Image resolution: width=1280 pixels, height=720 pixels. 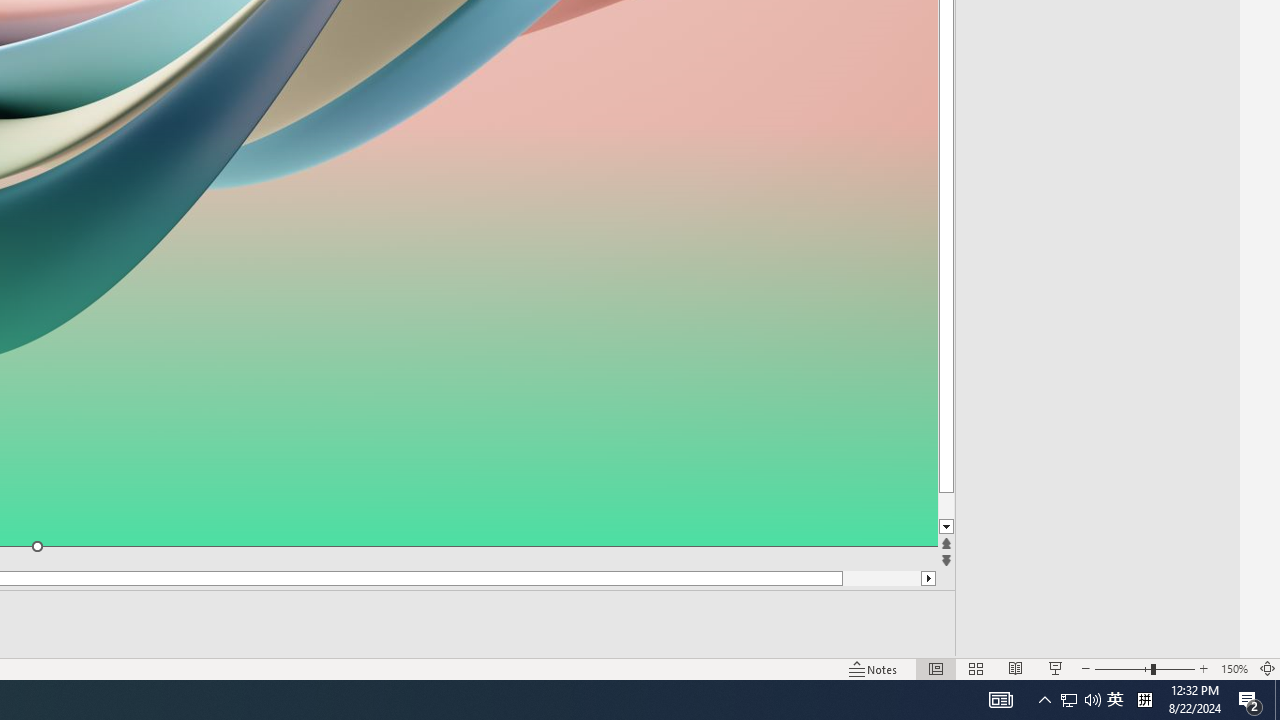 What do you see at coordinates (1122, 669) in the screenshot?
I see `'Zoom Out'` at bounding box center [1122, 669].